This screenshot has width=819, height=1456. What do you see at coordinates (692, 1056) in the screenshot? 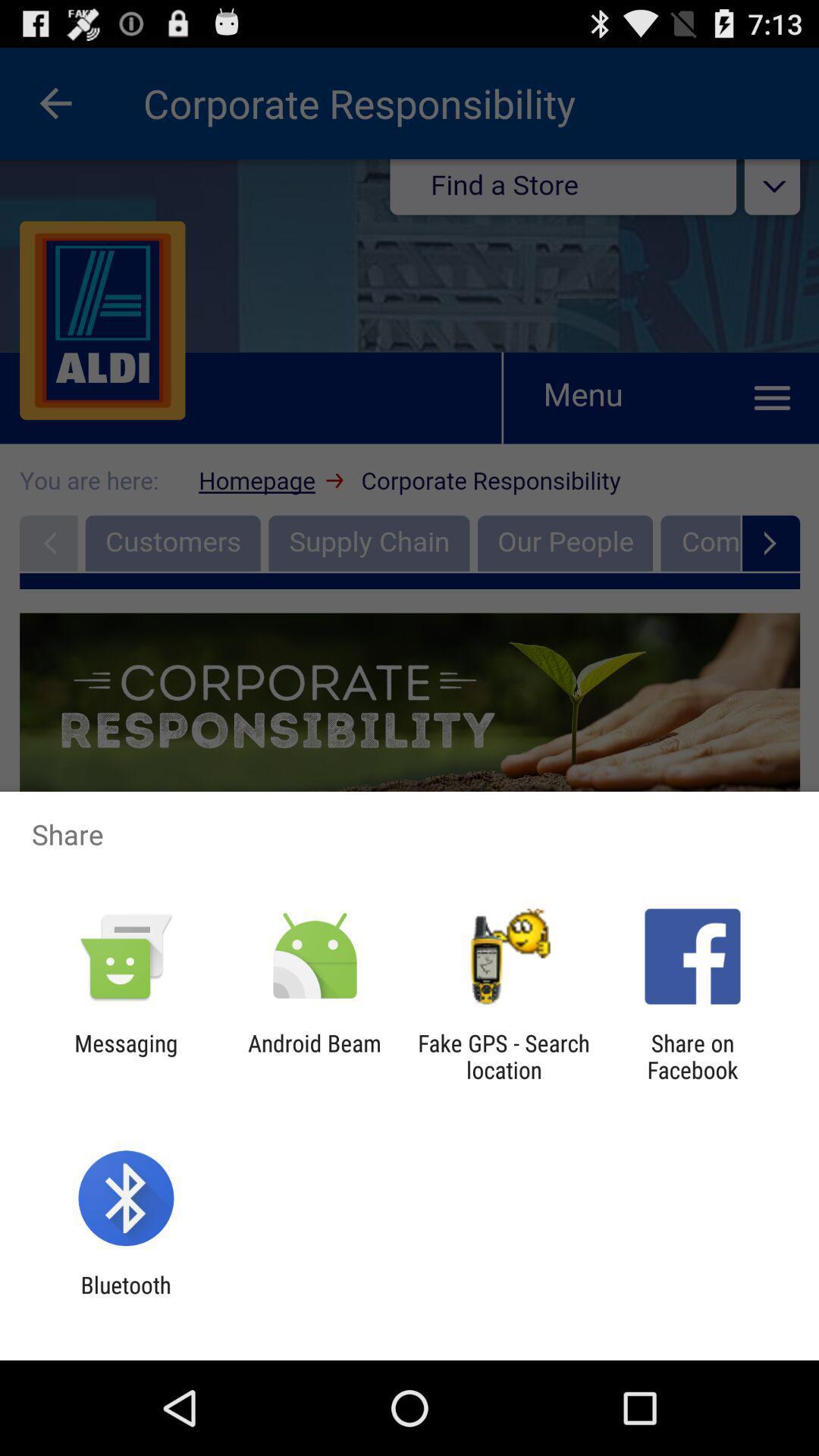
I see `icon at the bottom right corner` at bounding box center [692, 1056].